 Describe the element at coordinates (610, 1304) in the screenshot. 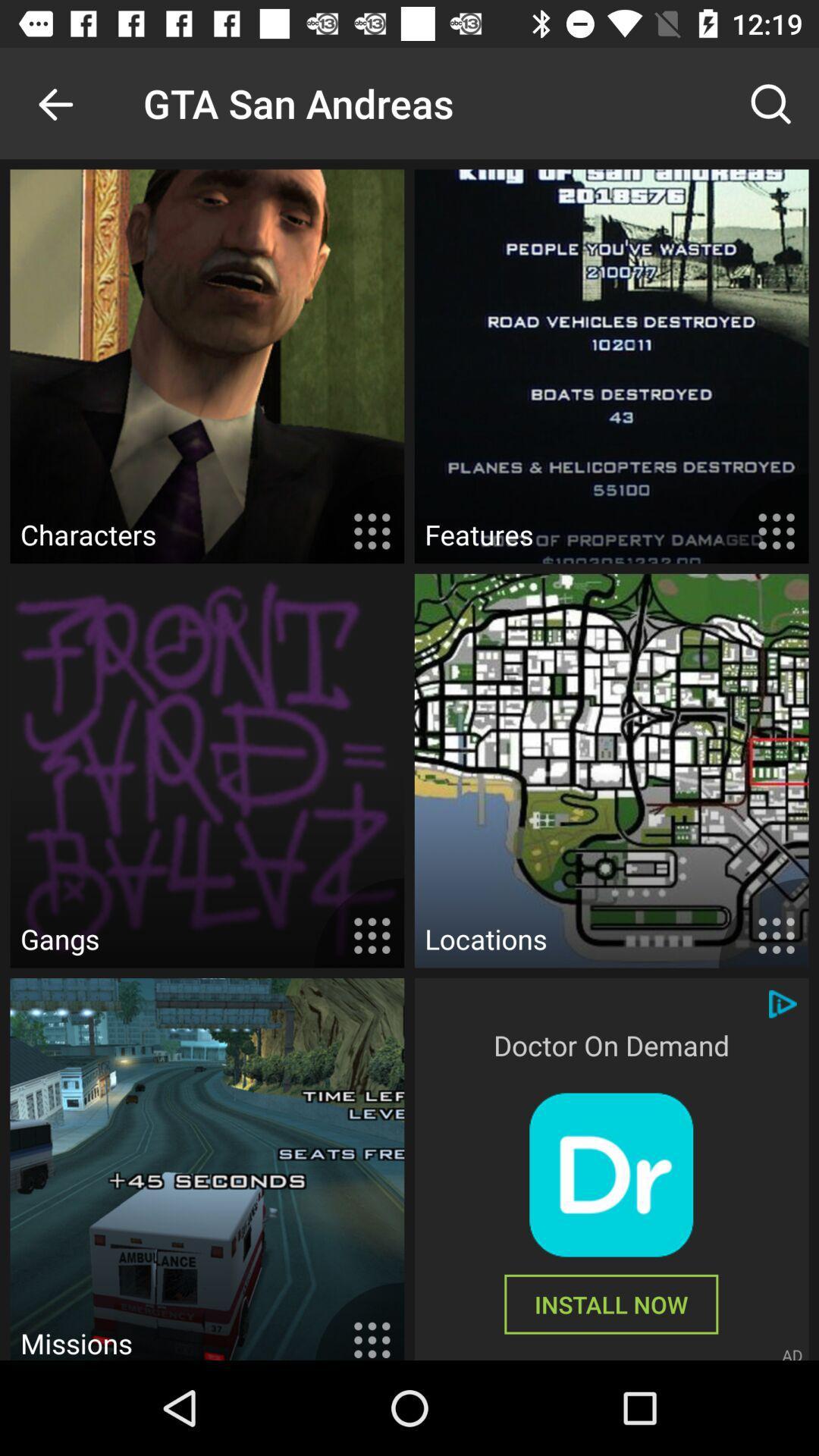

I see `the item next to ad icon` at that location.